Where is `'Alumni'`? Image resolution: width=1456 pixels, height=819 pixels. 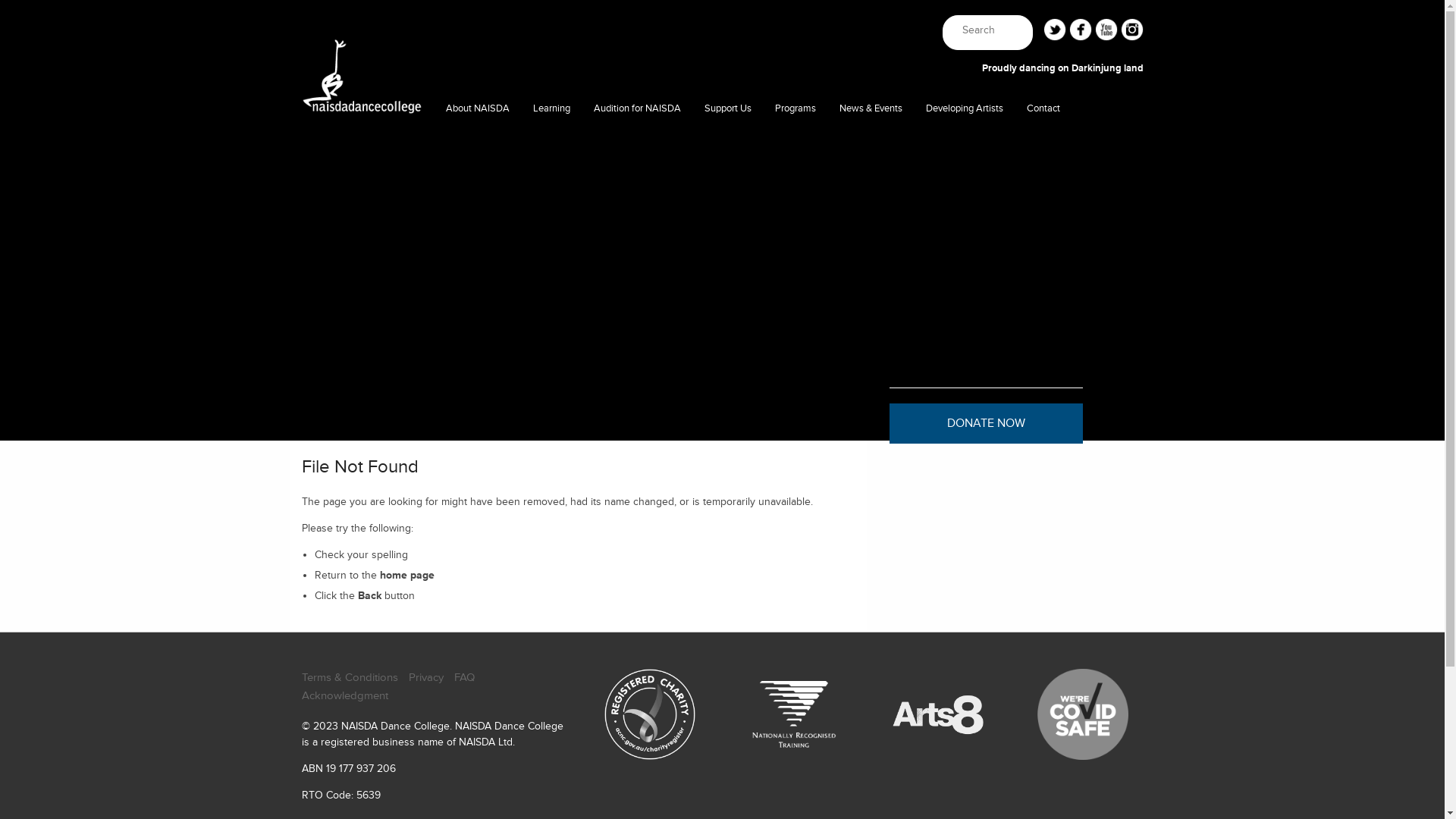 'Alumni' is located at coordinates (913, 171).